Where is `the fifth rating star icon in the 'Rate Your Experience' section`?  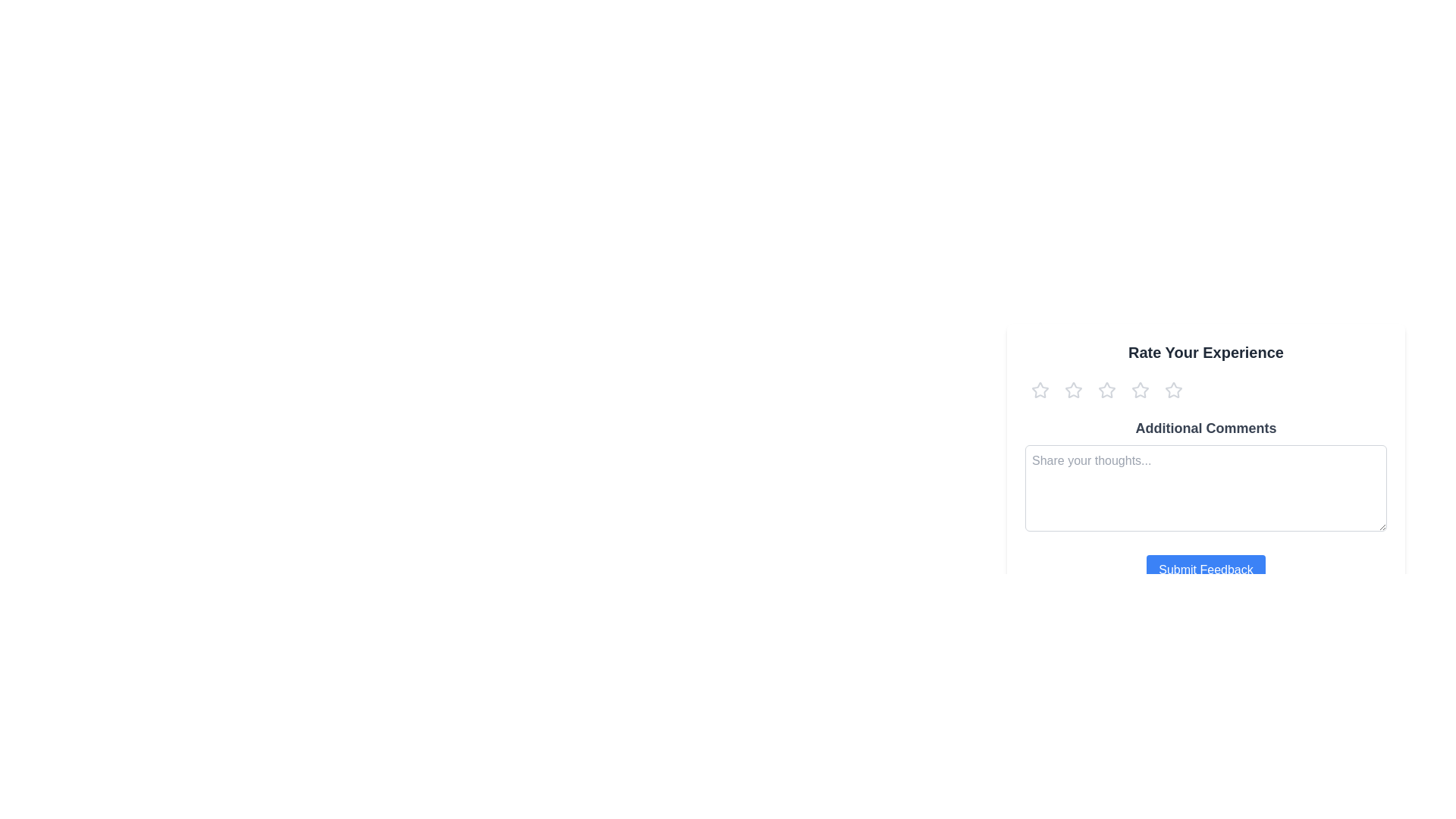
the fifth rating star icon in the 'Rate Your Experience' section is located at coordinates (1173, 390).